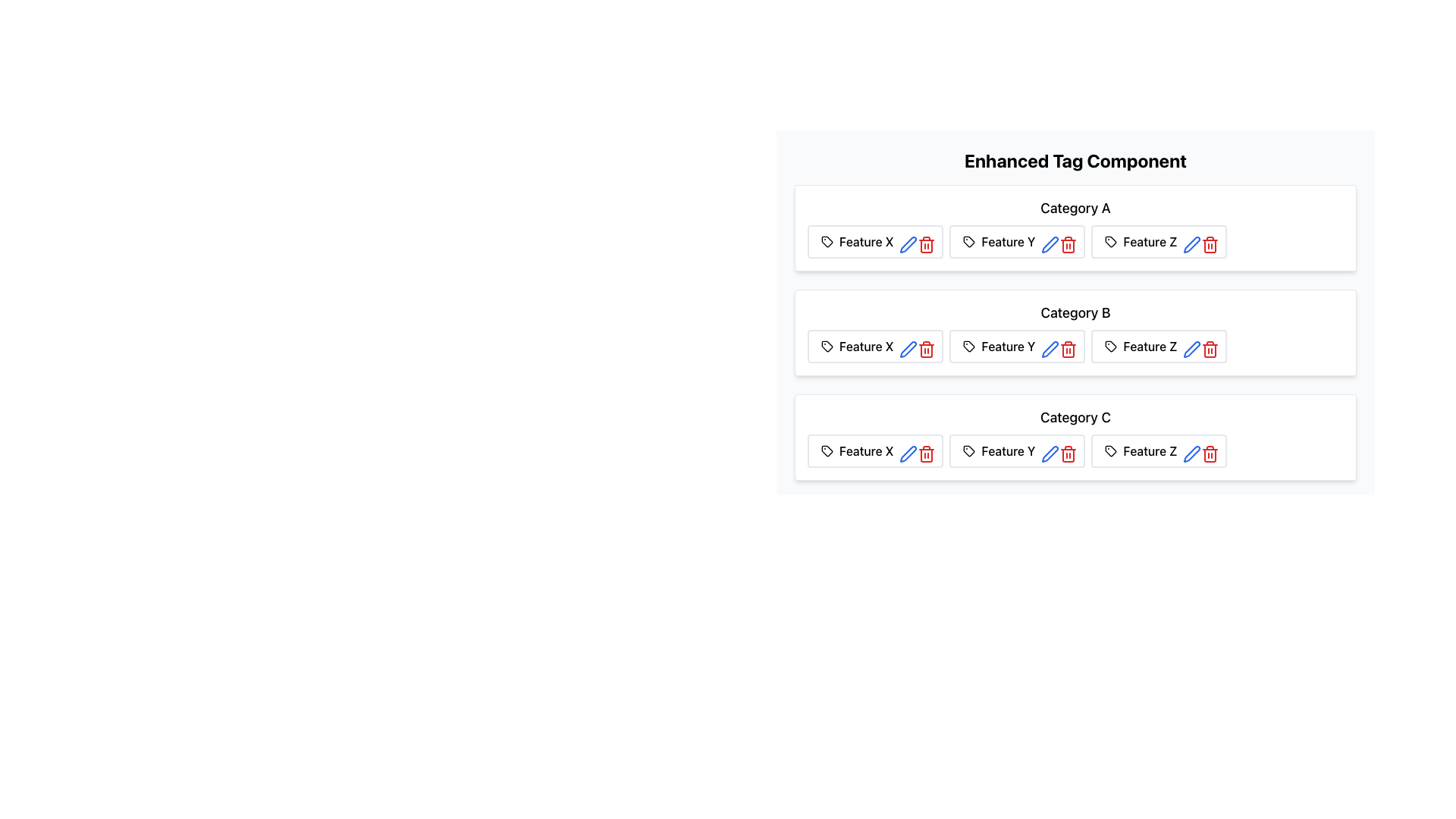  What do you see at coordinates (1050, 350) in the screenshot?
I see `the editing icon for 'Feature Y' located in the second row under 'Category B'` at bounding box center [1050, 350].